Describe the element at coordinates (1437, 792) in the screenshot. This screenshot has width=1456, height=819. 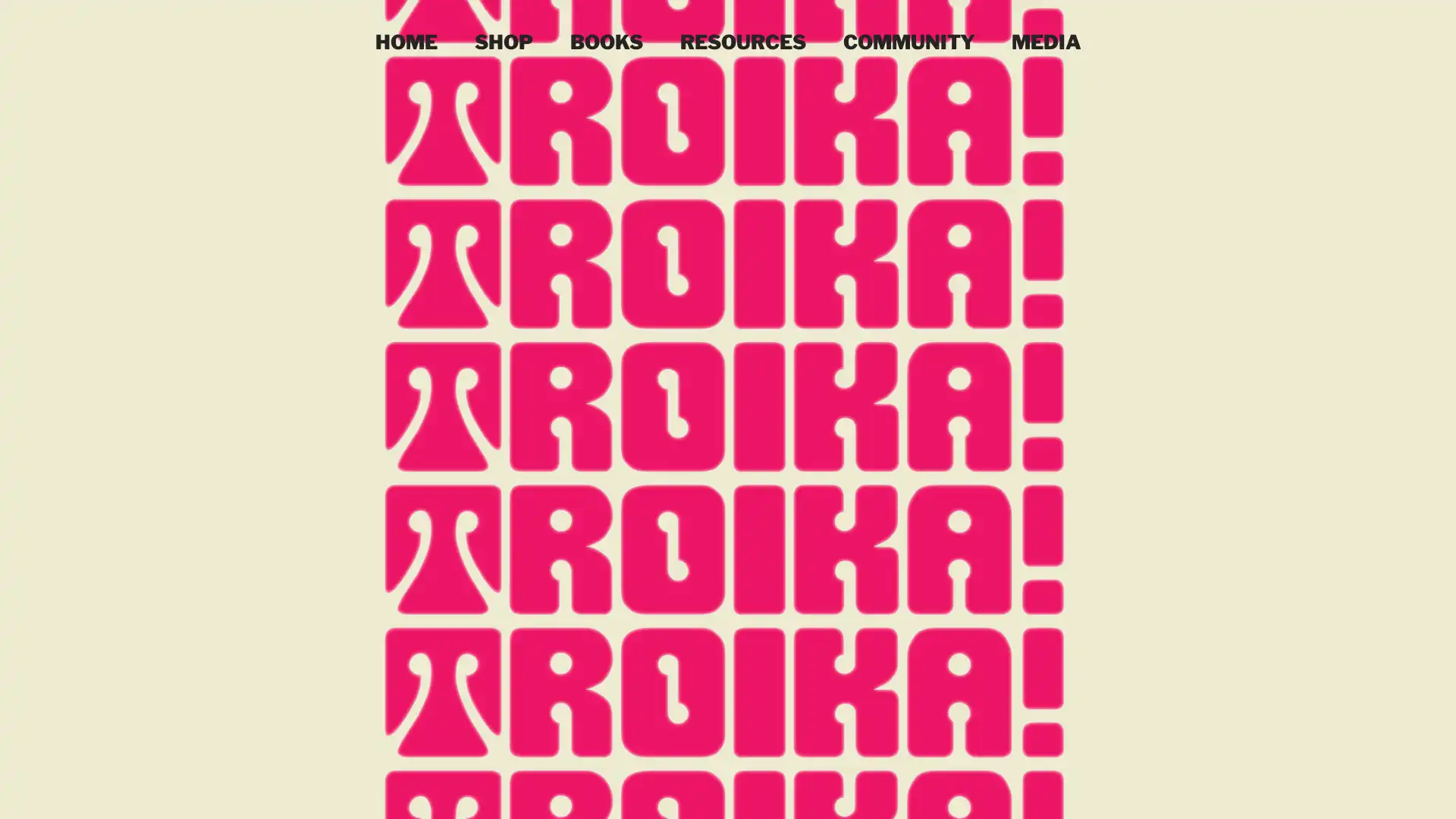
I see `Close` at that location.